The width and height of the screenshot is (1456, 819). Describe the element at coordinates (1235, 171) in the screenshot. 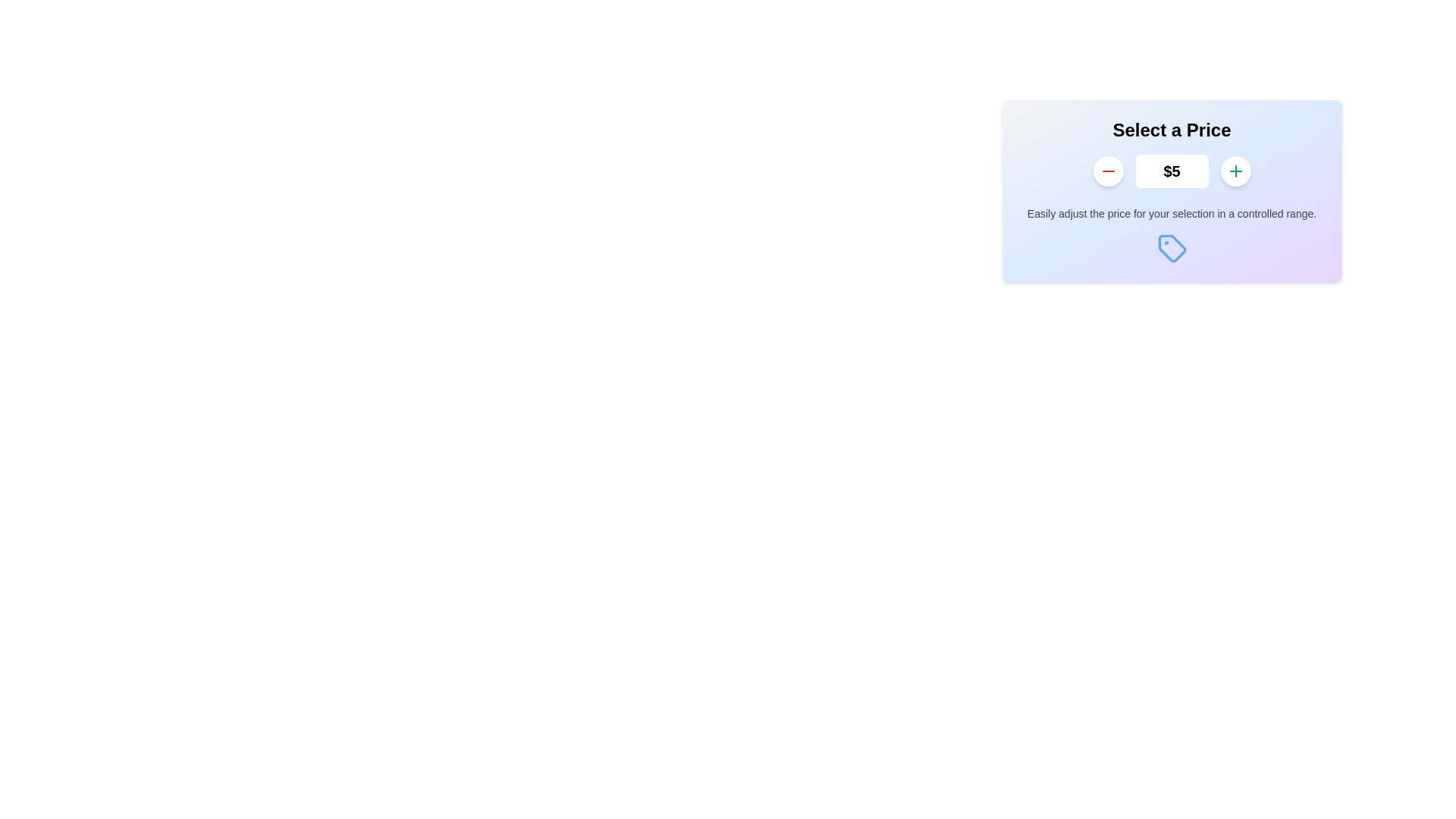

I see `the increment button located on the right side of the horizontal group of items` at that location.